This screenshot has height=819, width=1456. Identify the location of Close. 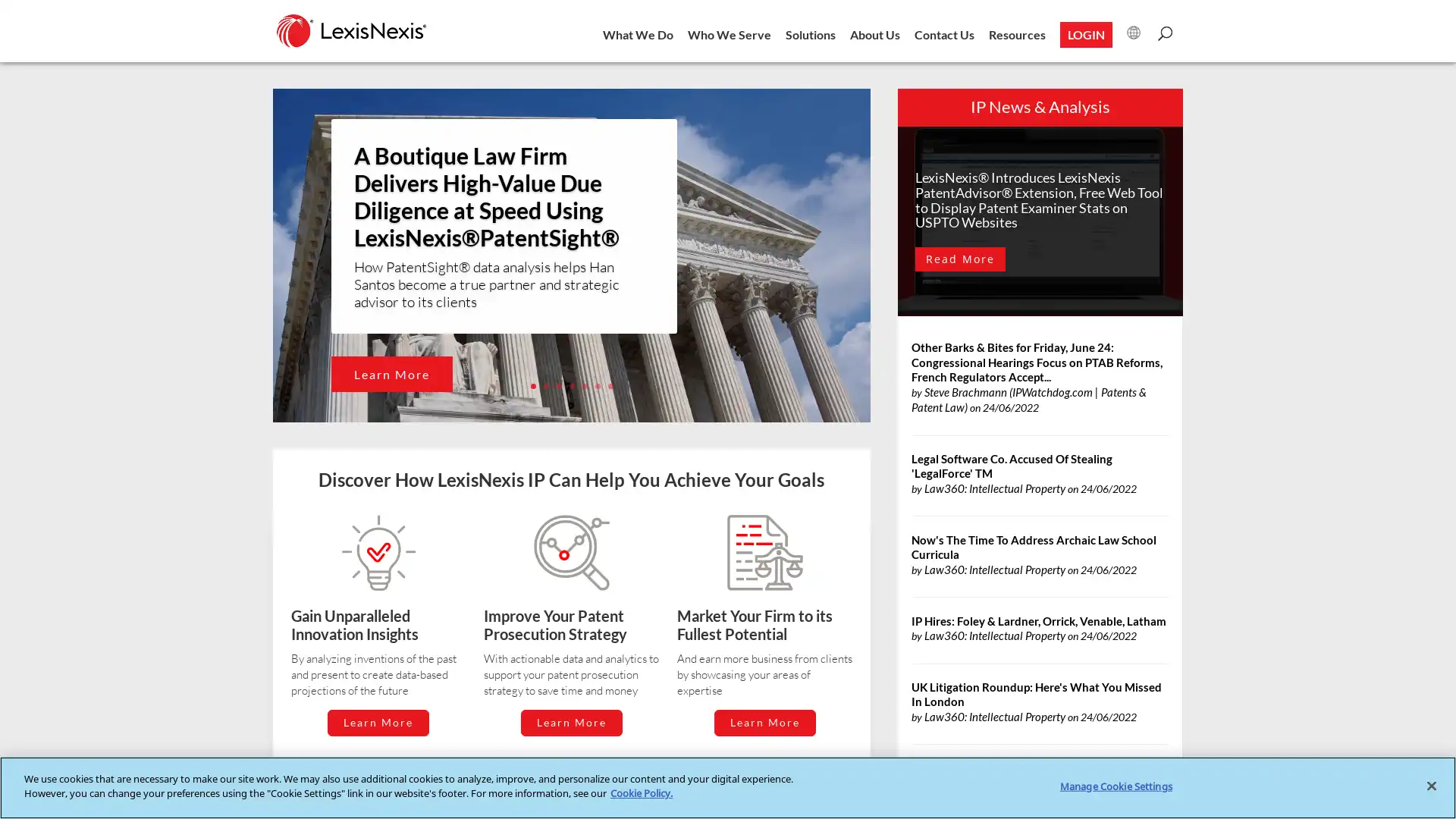
(1430, 785).